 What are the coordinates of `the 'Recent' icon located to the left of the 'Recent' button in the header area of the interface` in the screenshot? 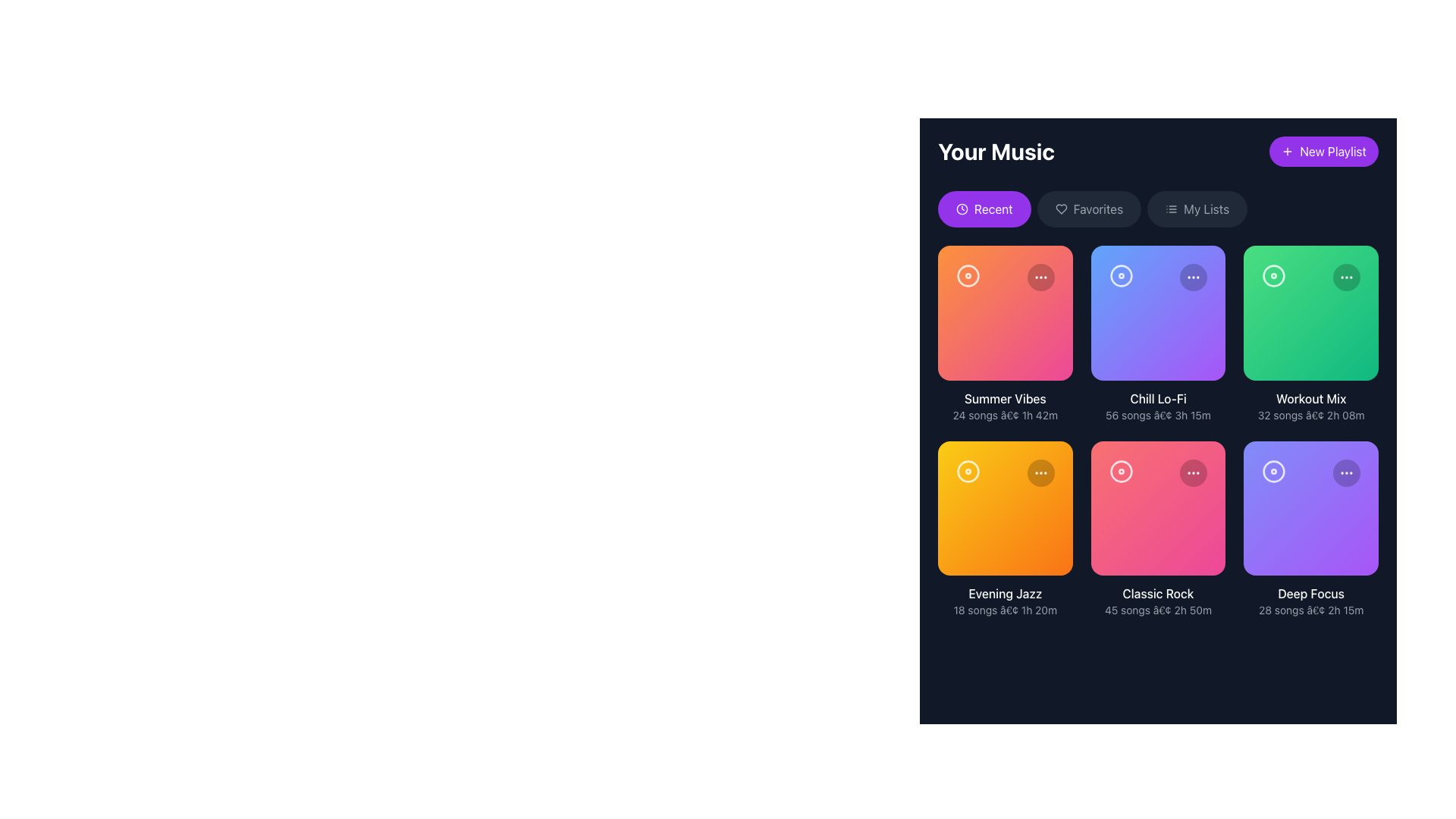 It's located at (961, 209).